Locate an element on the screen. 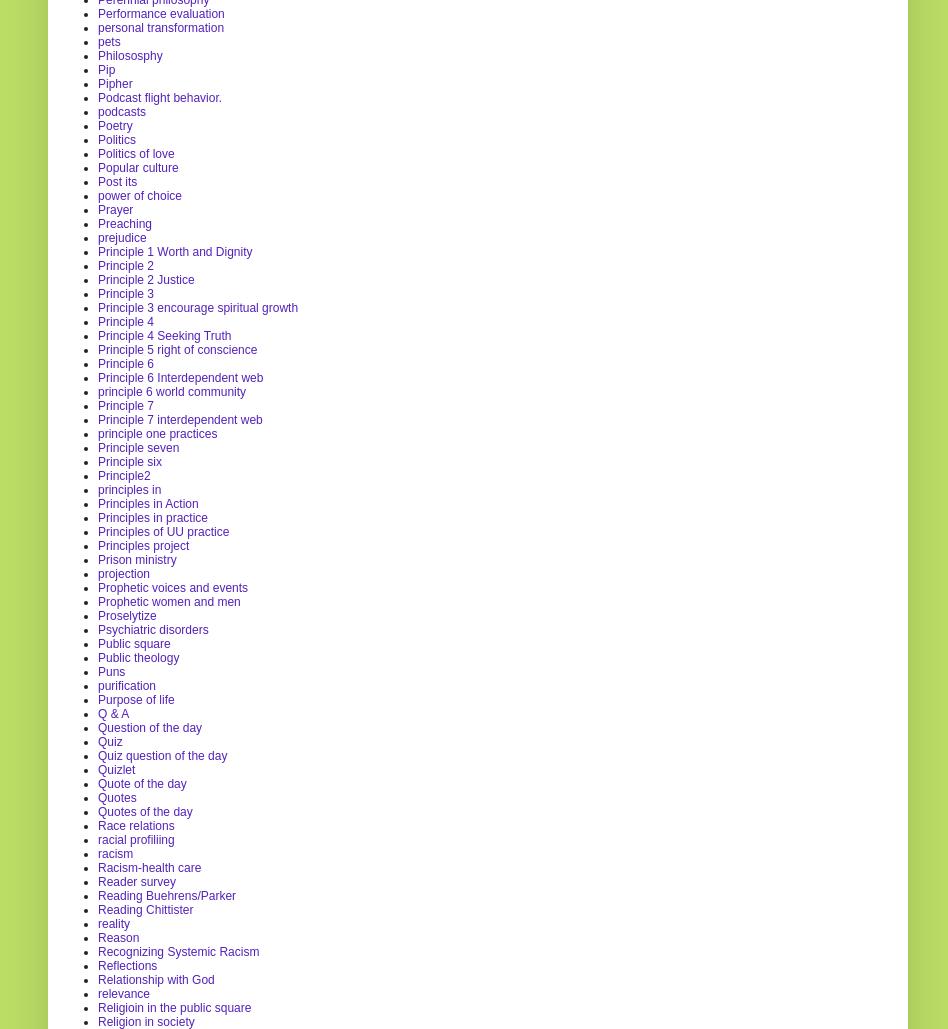  'racial profiliing' is located at coordinates (135, 838).